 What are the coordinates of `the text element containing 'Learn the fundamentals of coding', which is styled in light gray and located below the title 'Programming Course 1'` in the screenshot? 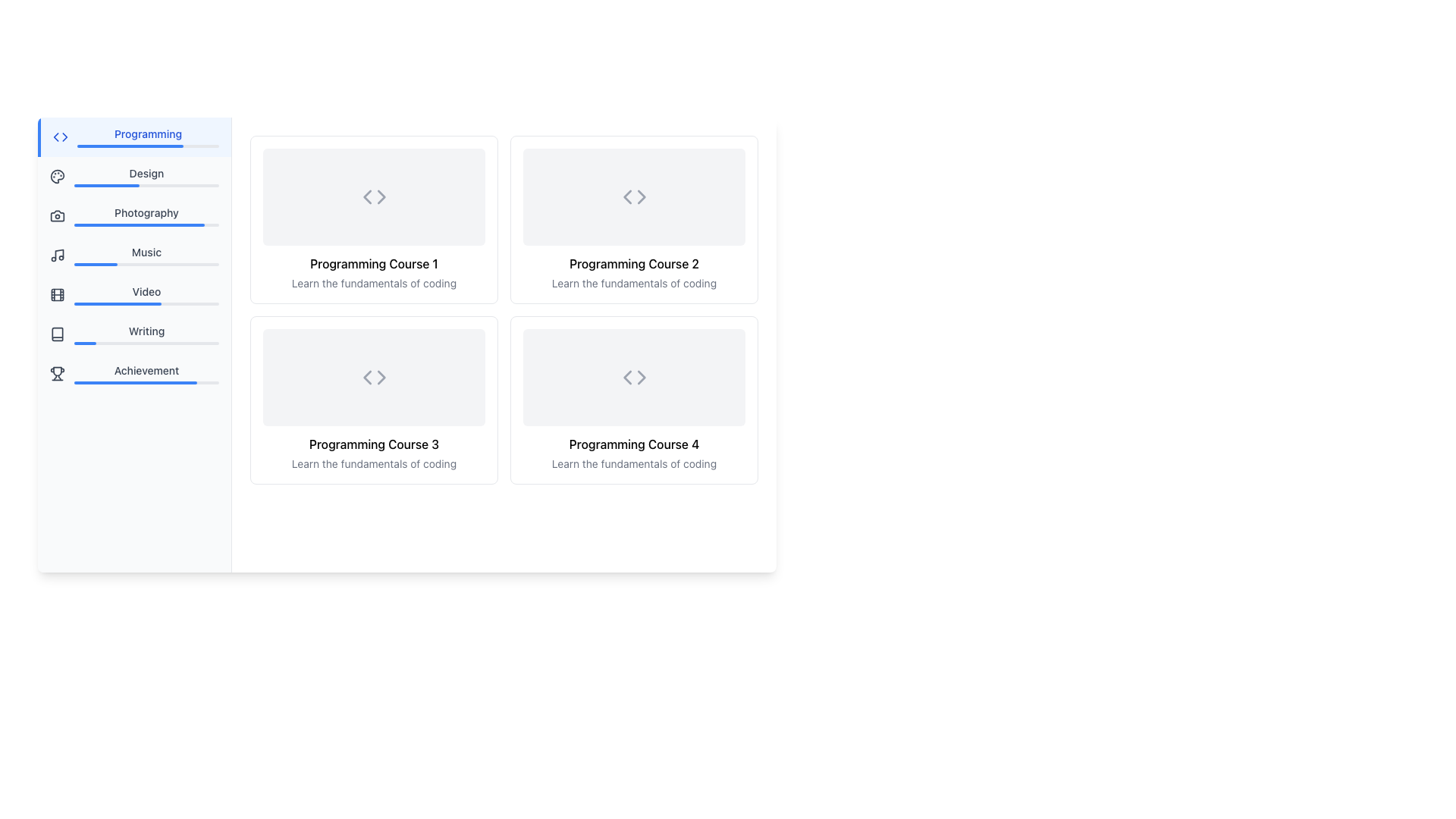 It's located at (374, 284).